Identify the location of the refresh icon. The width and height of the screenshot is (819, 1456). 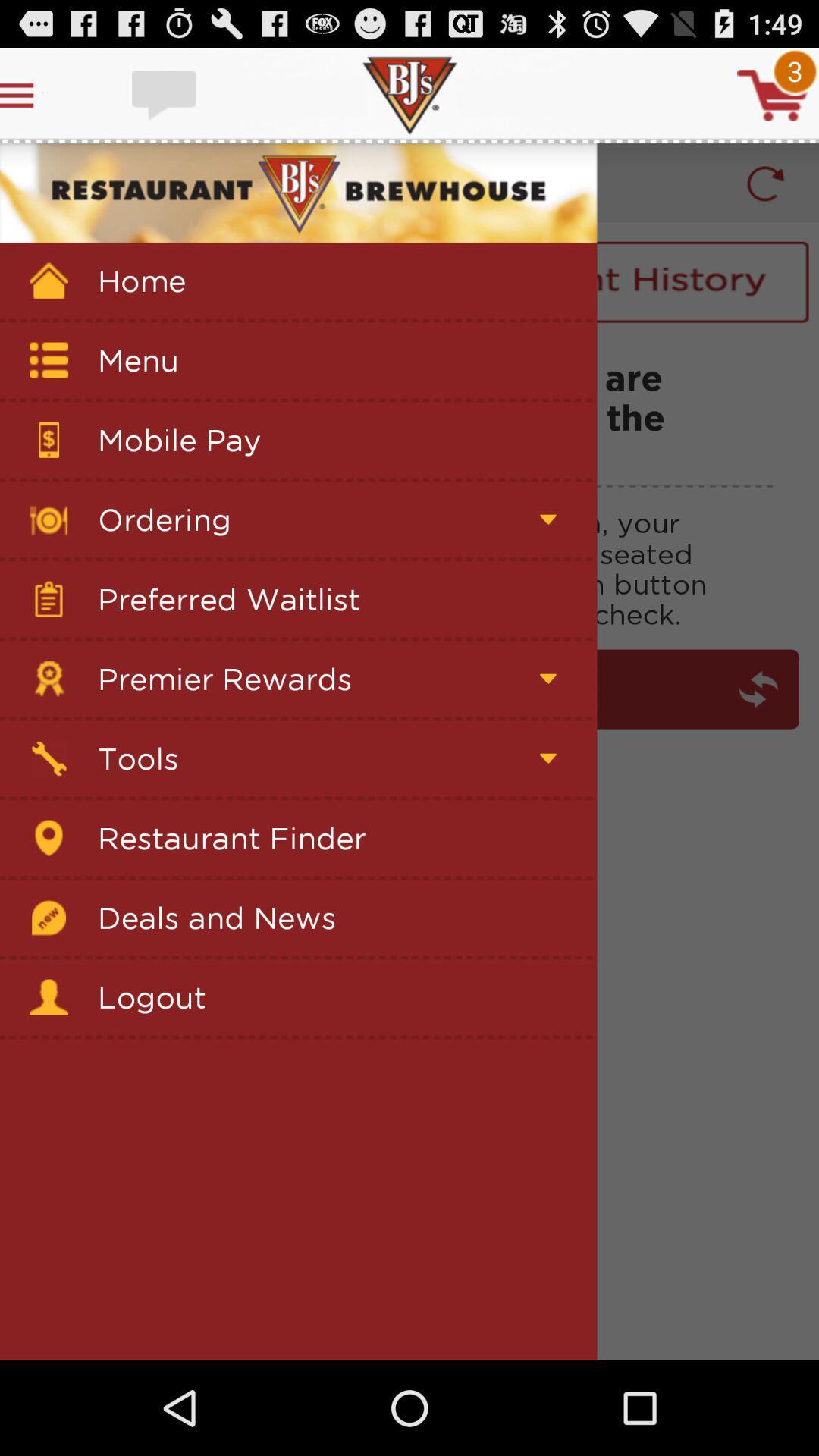
(765, 196).